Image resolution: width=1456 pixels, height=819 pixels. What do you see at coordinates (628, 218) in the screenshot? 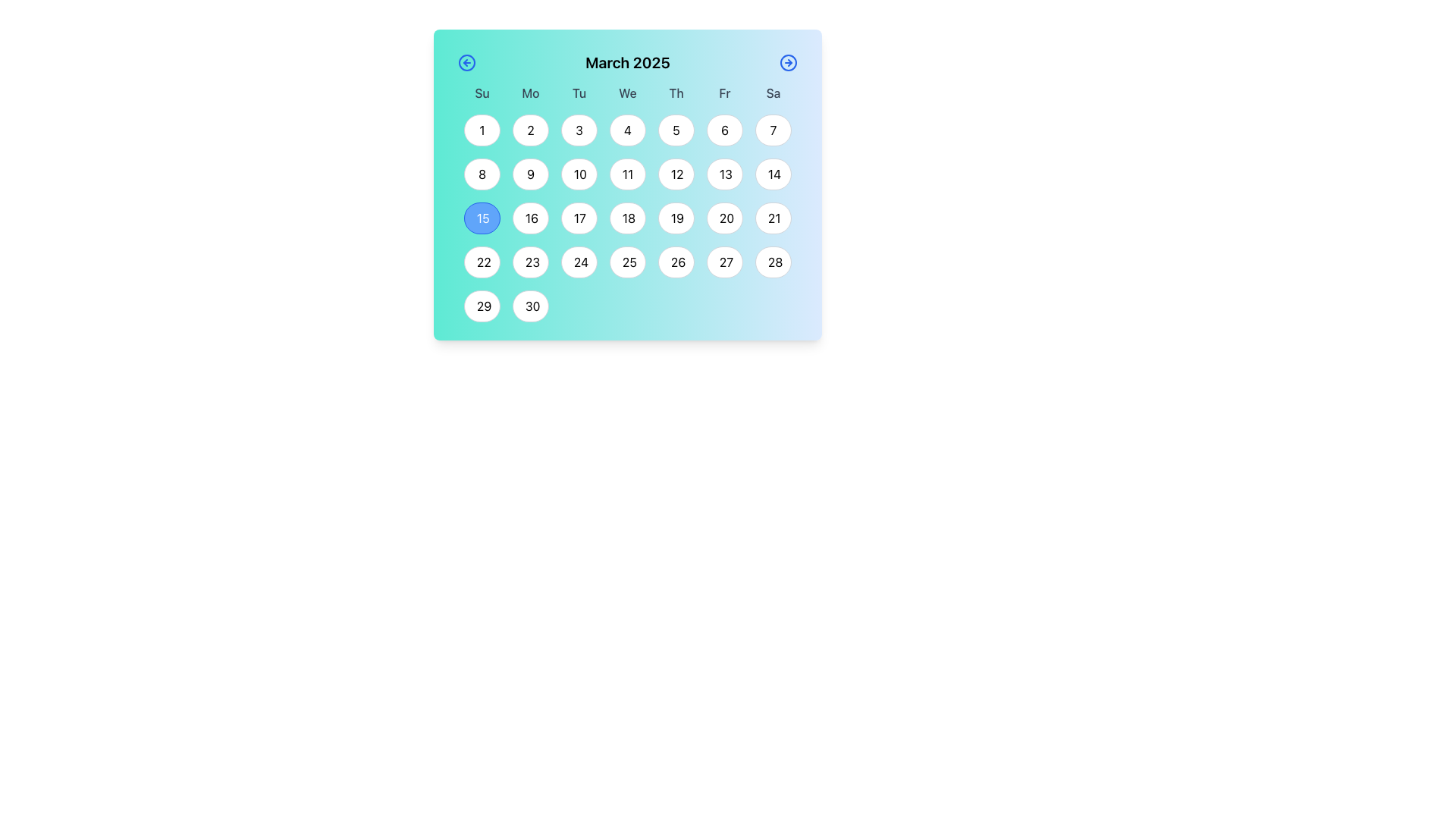
I see `the rounded button displaying the number '18'` at bounding box center [628, 218].